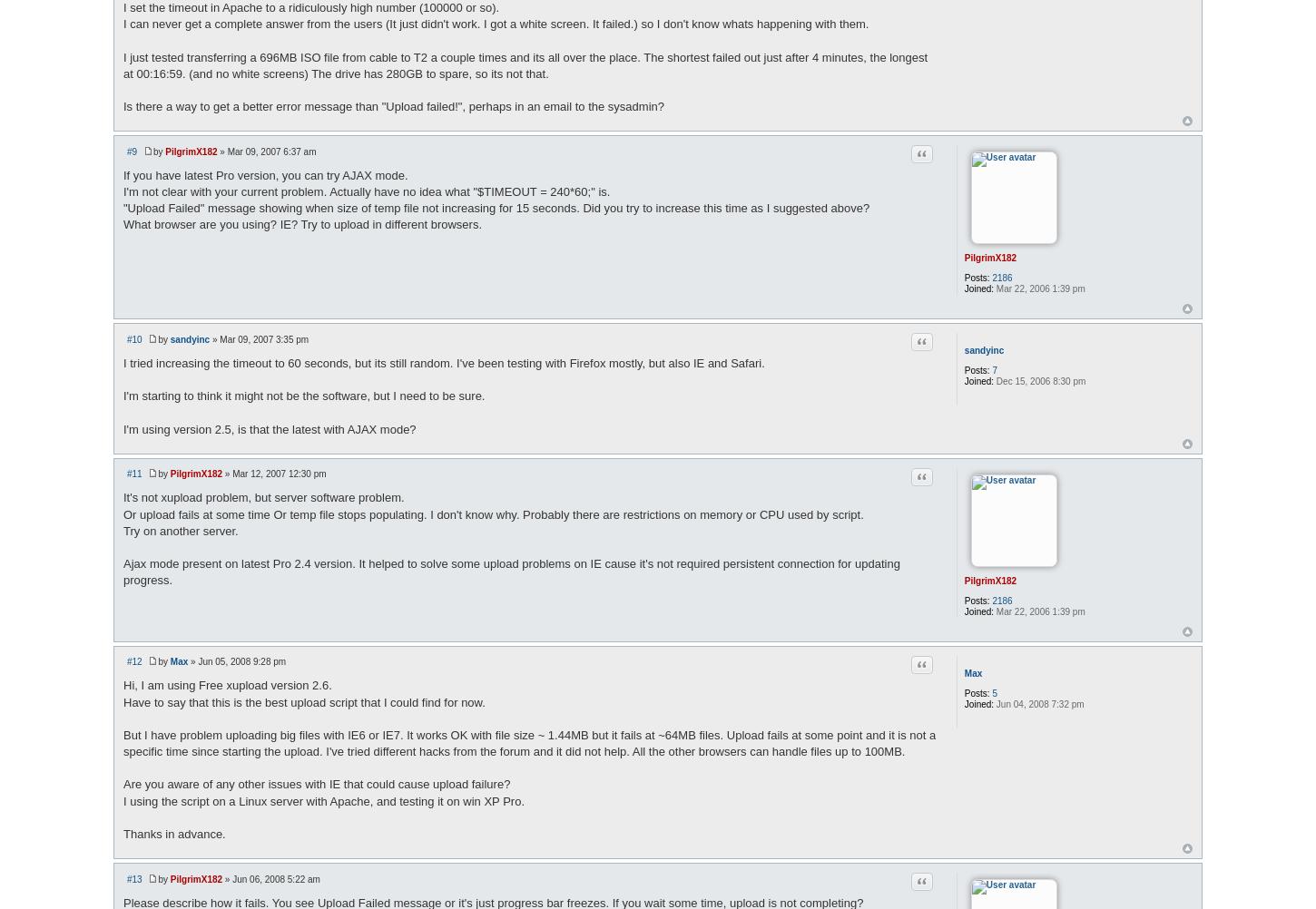 This screenshot has height=909, width=1316. Describe the element at coordinates (496, 24) in the screenshot. I see `'I can never get a complete answer from the users (It just didn't work.  I got a white screen.  It failed.) so I don't know whats happening with them.'` at that location.